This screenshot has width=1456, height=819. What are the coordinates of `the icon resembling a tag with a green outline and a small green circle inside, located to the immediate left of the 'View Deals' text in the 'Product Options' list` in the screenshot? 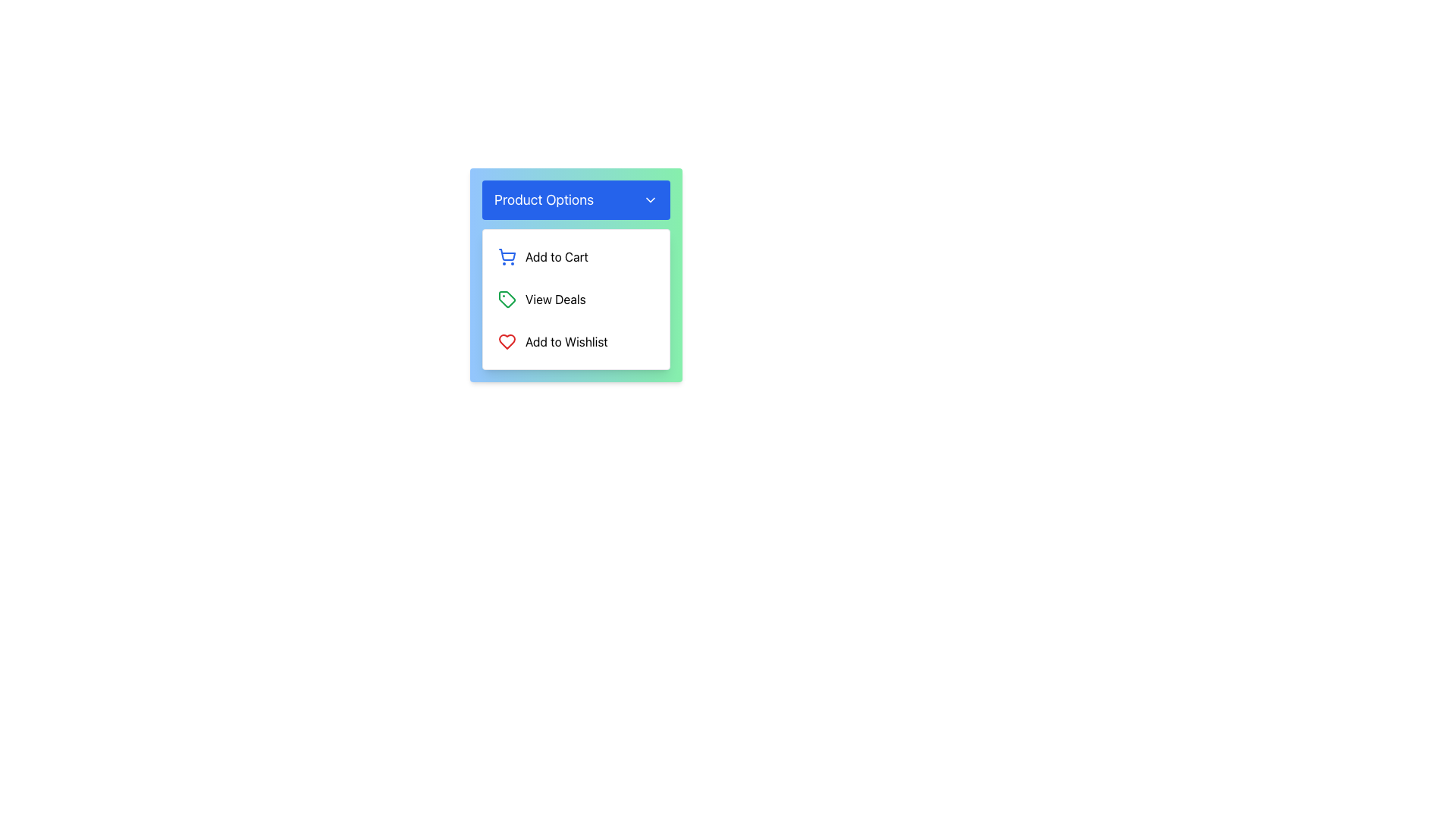 It's located at (507, 299).